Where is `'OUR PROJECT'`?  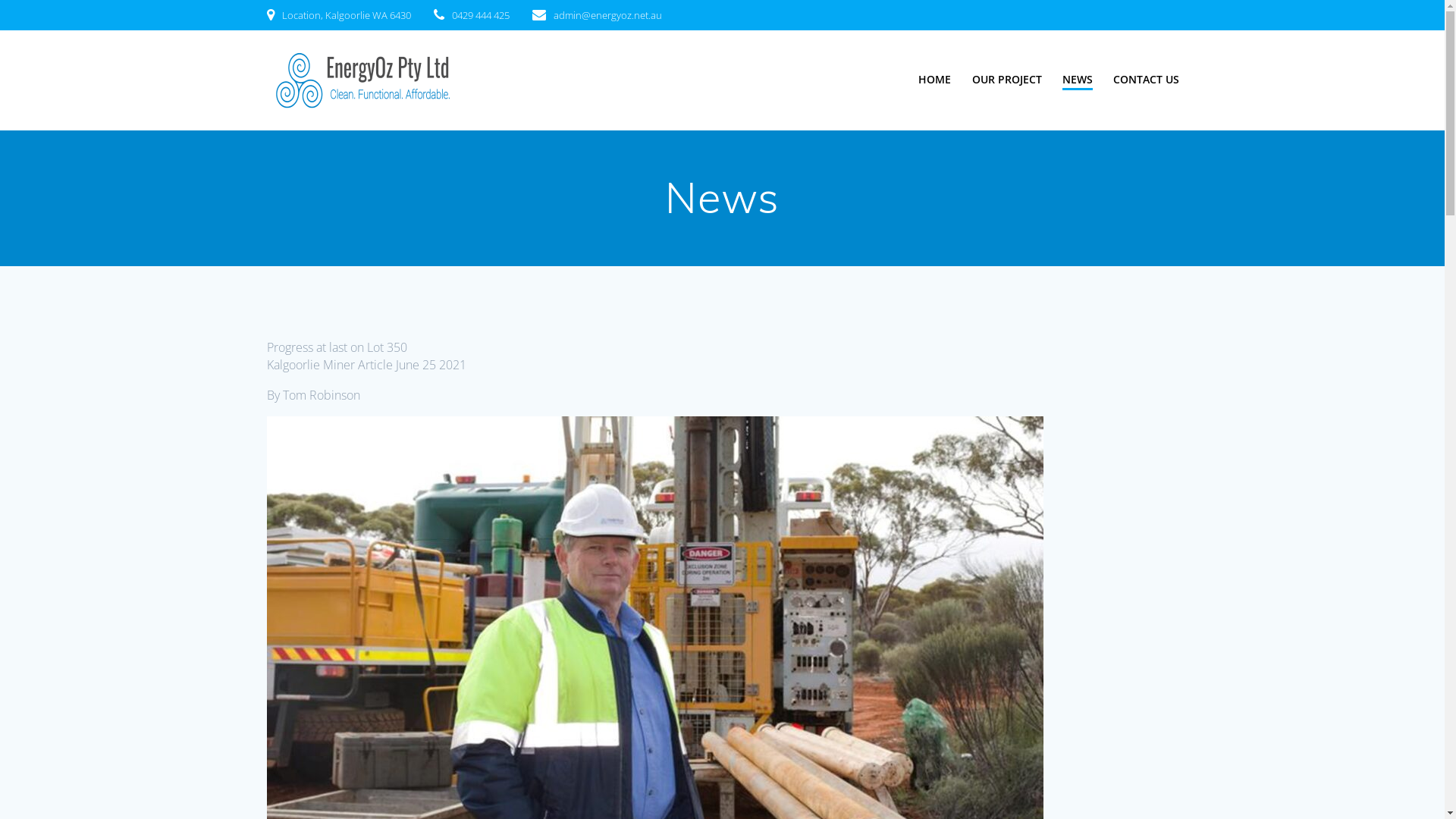 'OUR PROJECT' is located at coordinates (1007, 79).